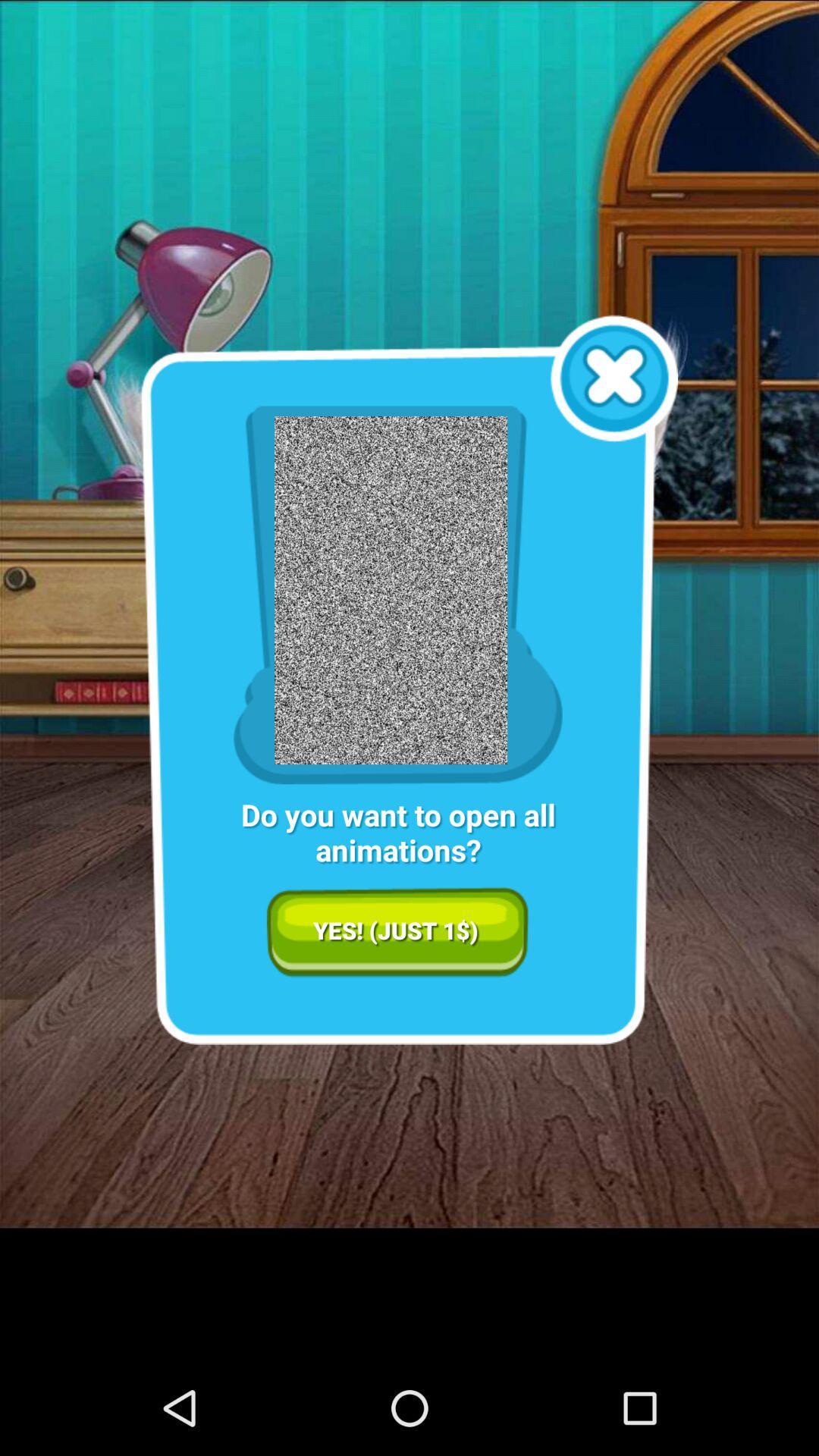 The height and width of the screenshot is (1456, 819). I want to click on the close icon, so click(614, 405).